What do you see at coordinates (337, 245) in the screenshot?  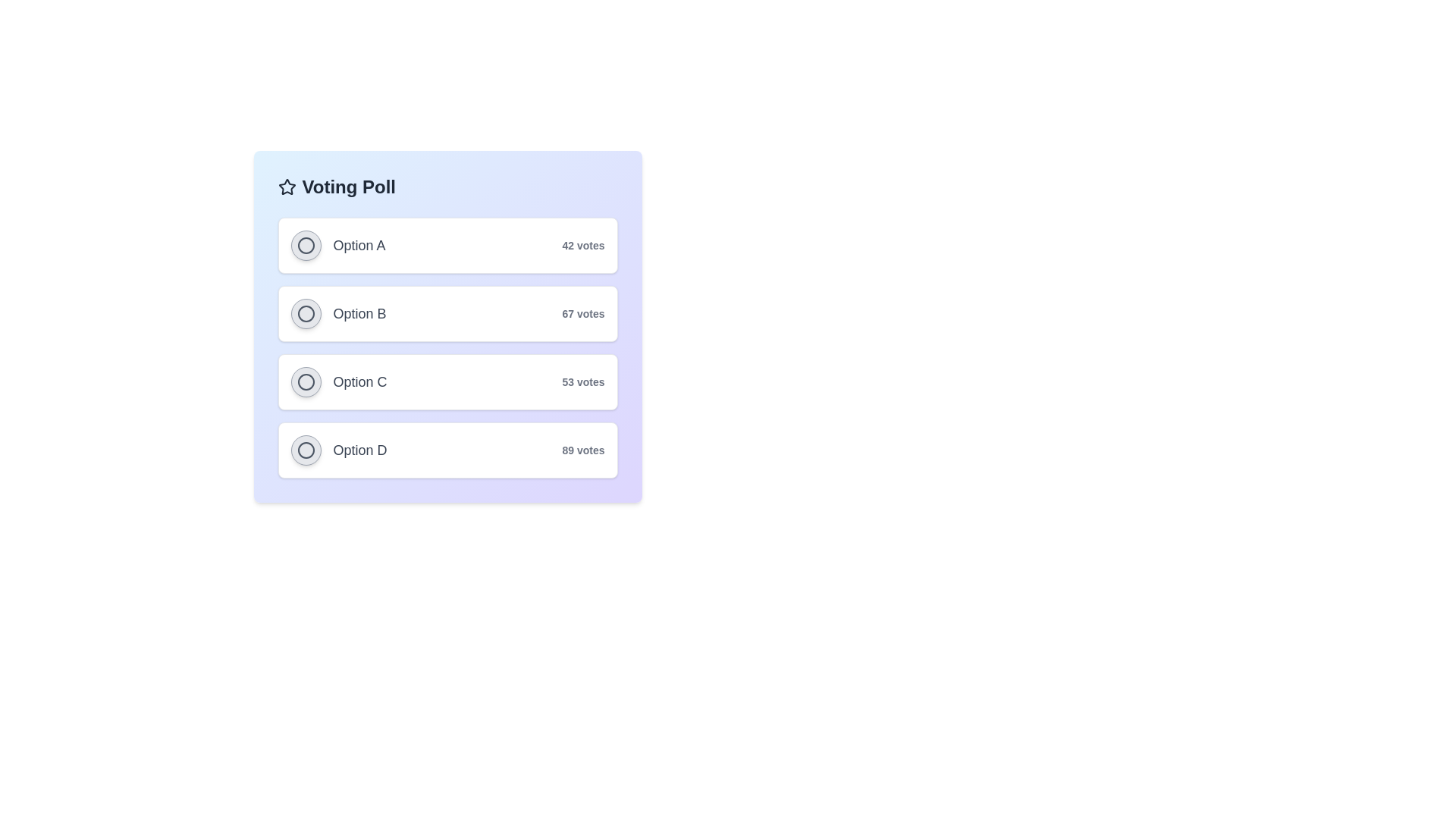 I see `the circular radio button for 'Option A' in the voting poll interface using a touchscreen device` at bounding box center [337, 245].